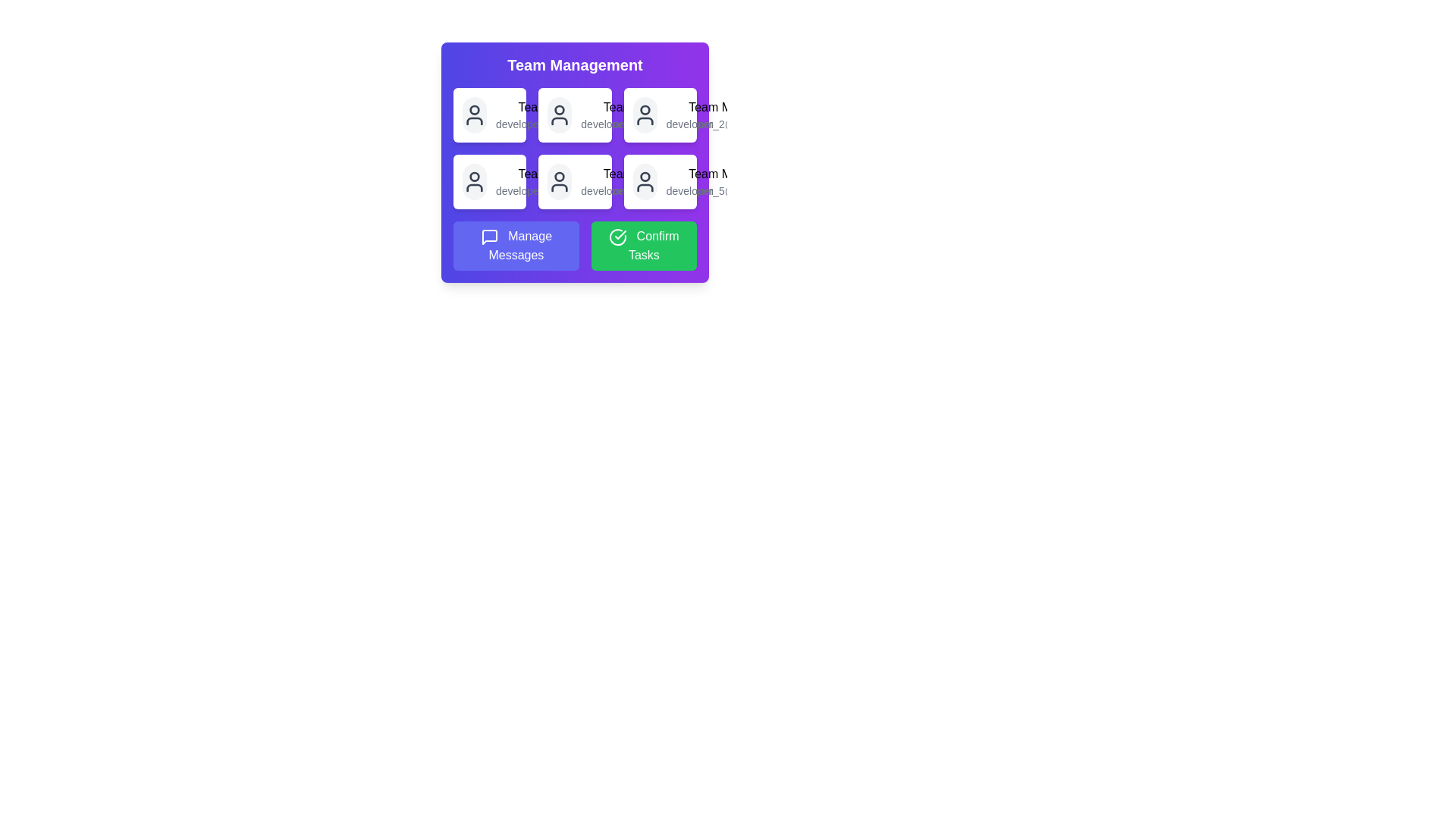  Describe the element at coordinates (473, 175) in the screenshot. I see `the graphical representation of the user indicator located in the top center of the 'lucide-user' icon, which is in the second column of the grid under 'Team Management'` at that location.